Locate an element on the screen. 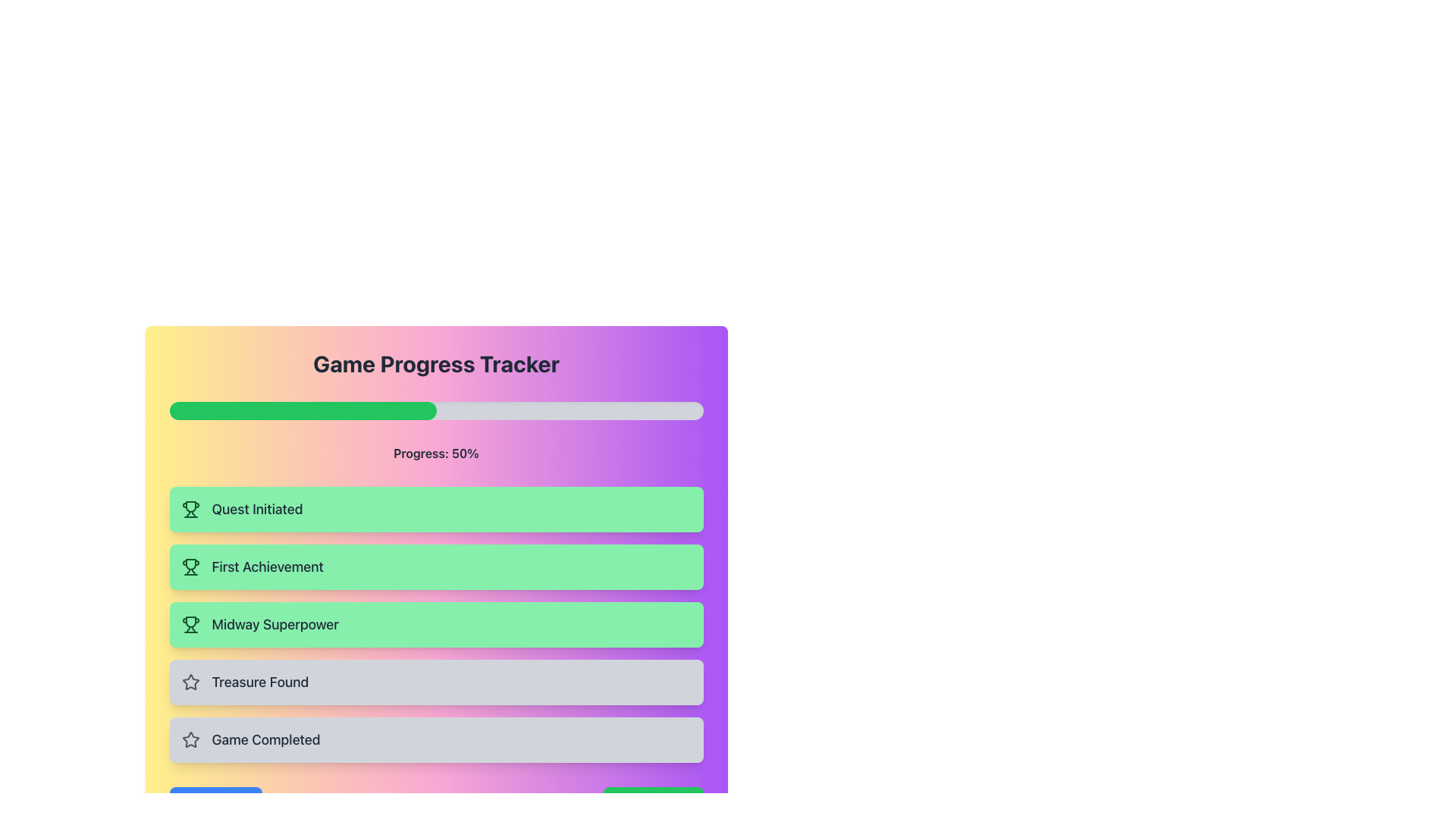 This screenshot has width=1456, height=819. the text label that says 'Treasure Found', which is styled in a larger bold font and dark gray color, located in the progress tracker interface is located at coordinates (260, 681).